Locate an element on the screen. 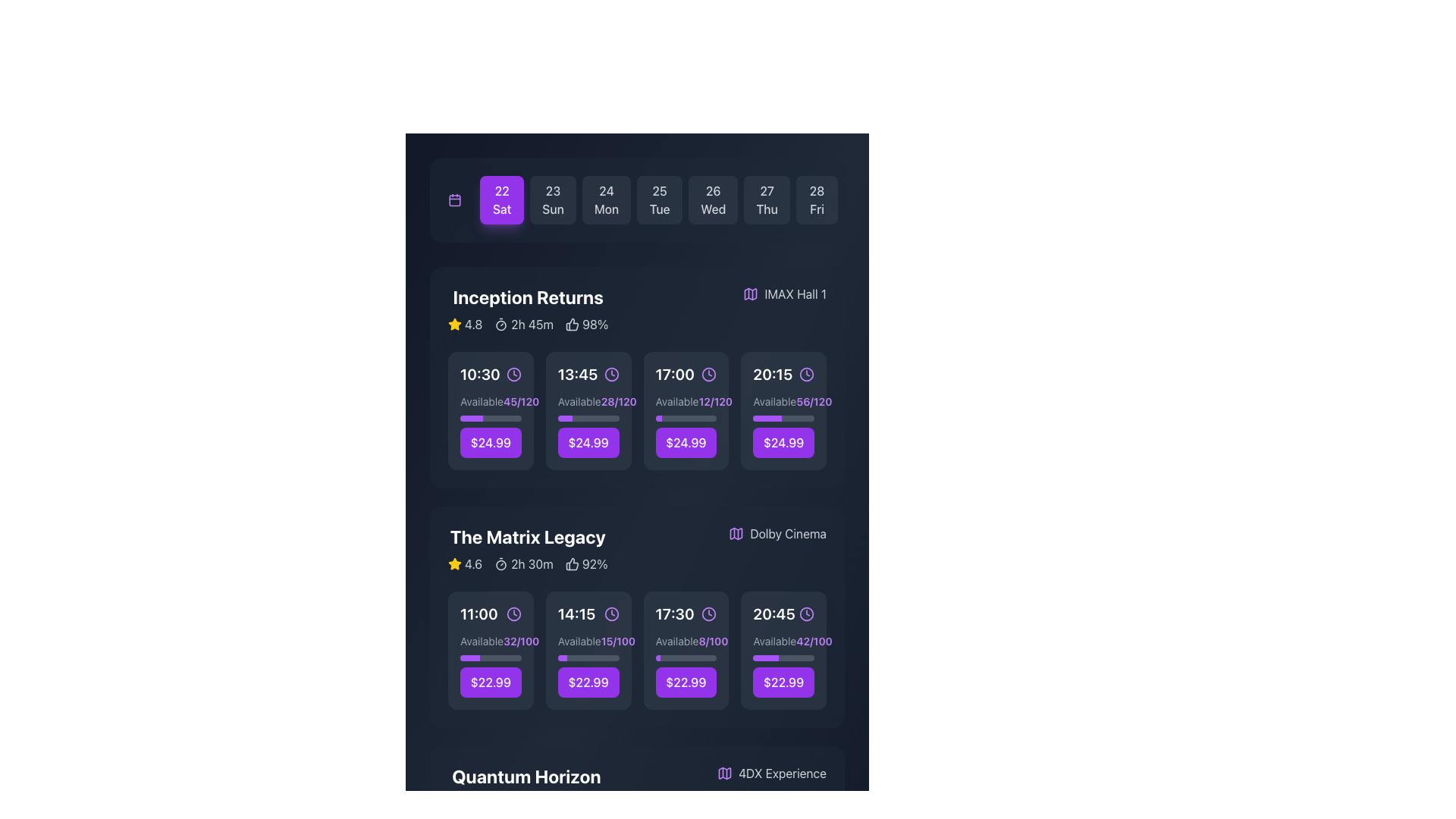  the content of the text display showing the movie showtime '13:45', which is the second time slot under the 'Inception Returns' heading is located at coordinates (577, 374).